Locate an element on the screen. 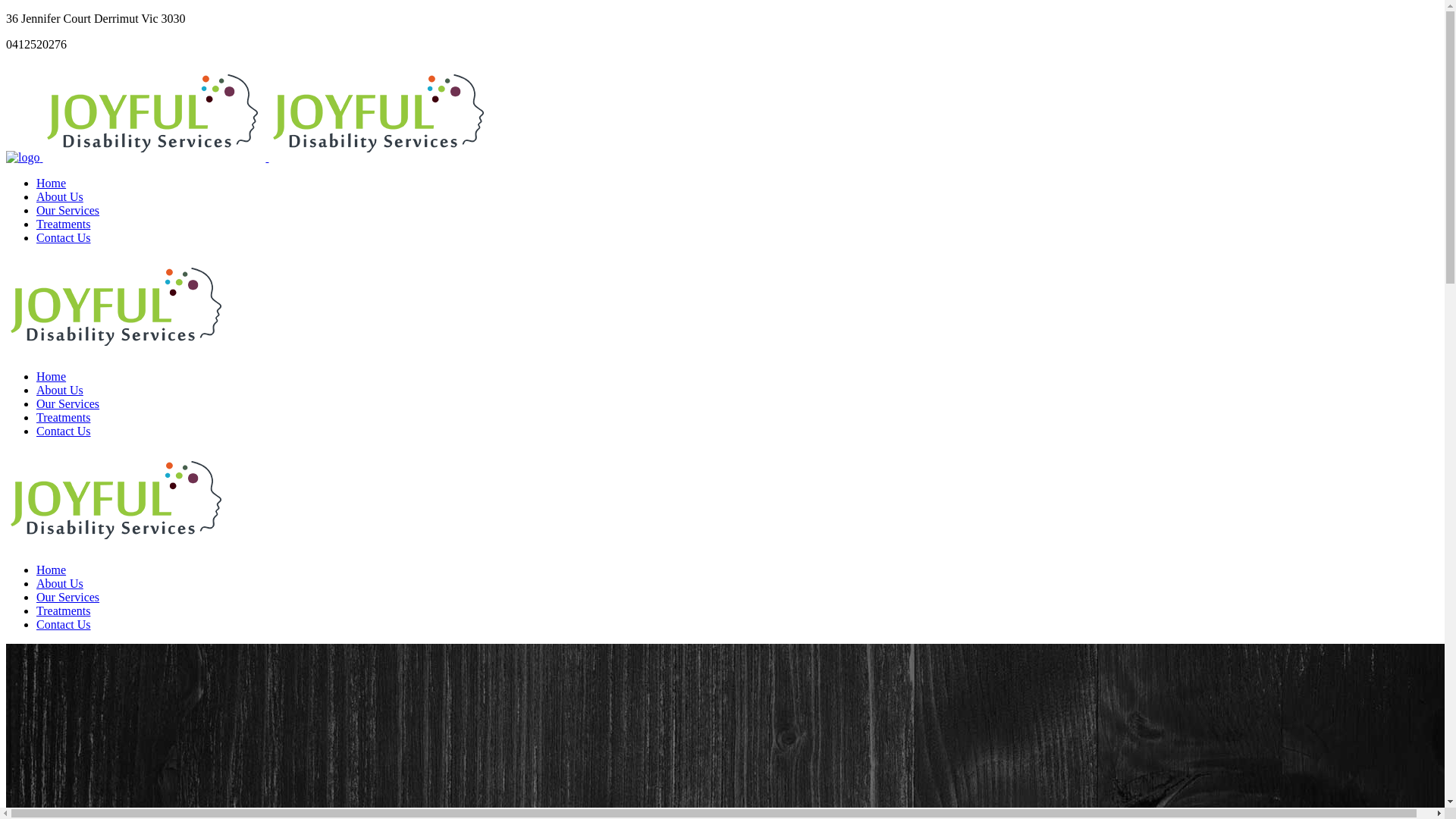 The width and height of the screenshot is (1456, 819). 'Contact Us' is located at coordinates (62, 624).